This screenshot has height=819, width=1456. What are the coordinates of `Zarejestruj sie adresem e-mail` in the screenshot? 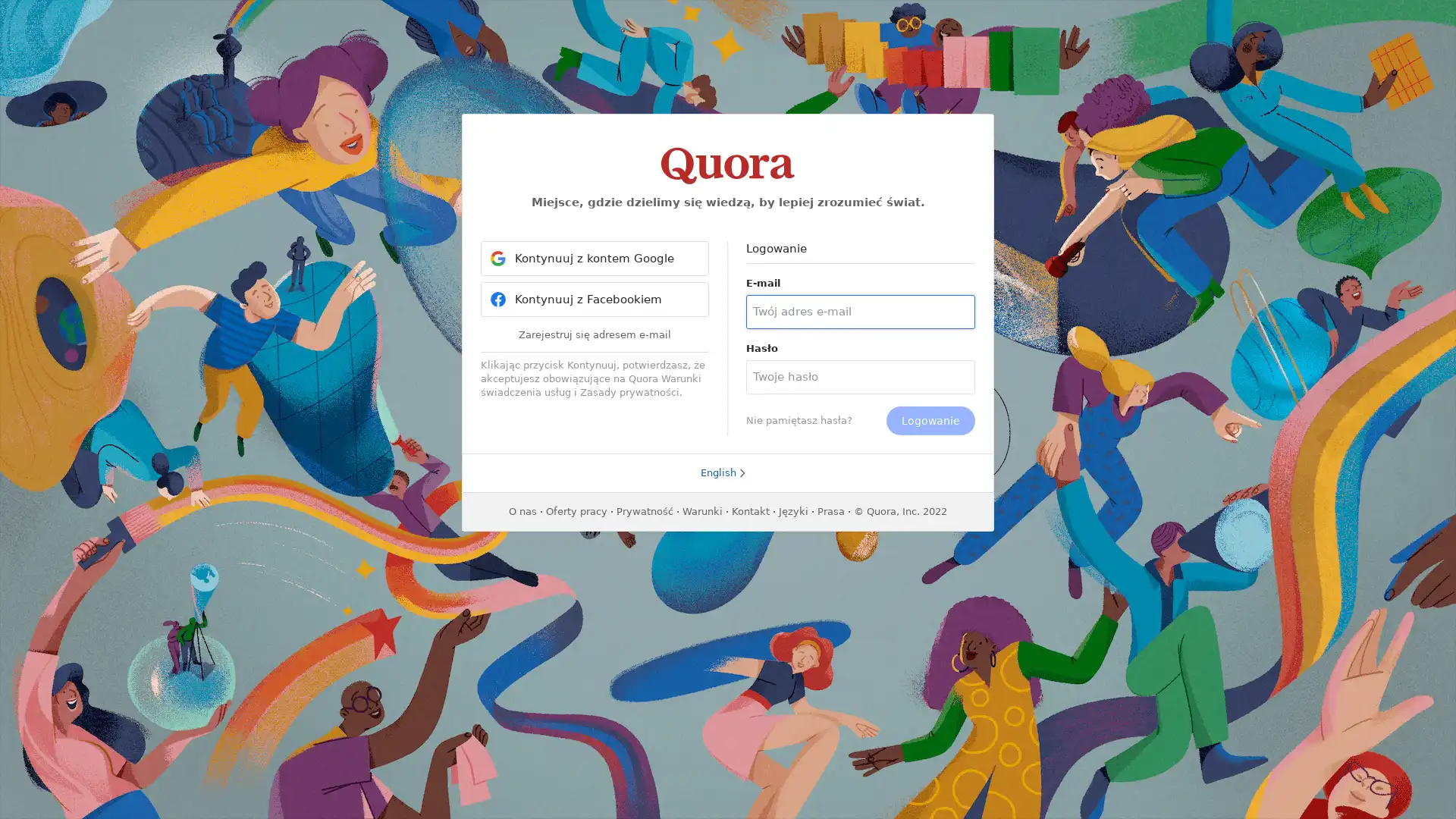 It's located at (594, 333).